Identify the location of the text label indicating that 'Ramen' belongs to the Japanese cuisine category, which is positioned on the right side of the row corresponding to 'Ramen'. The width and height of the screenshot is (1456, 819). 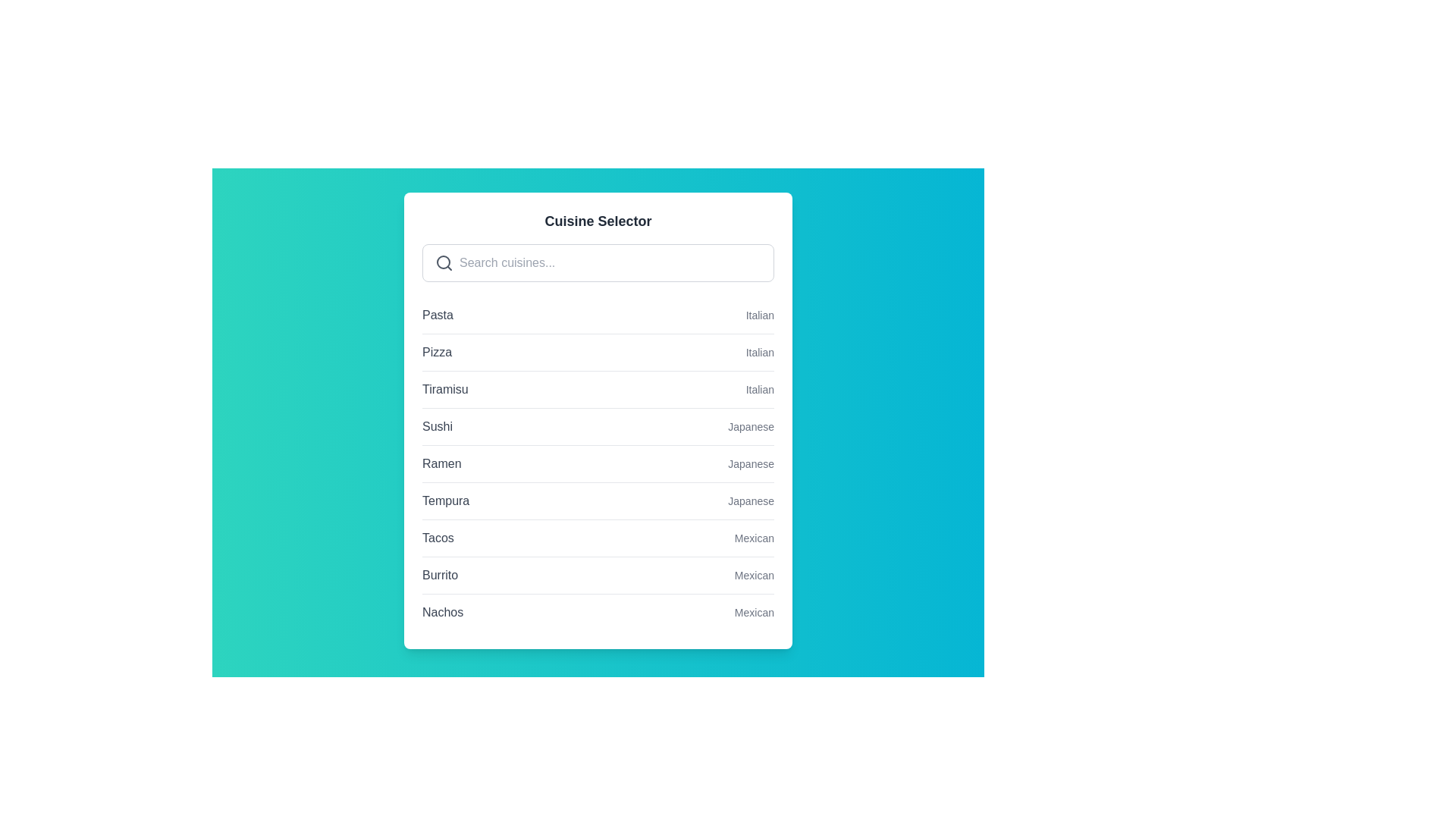
(751, 463).